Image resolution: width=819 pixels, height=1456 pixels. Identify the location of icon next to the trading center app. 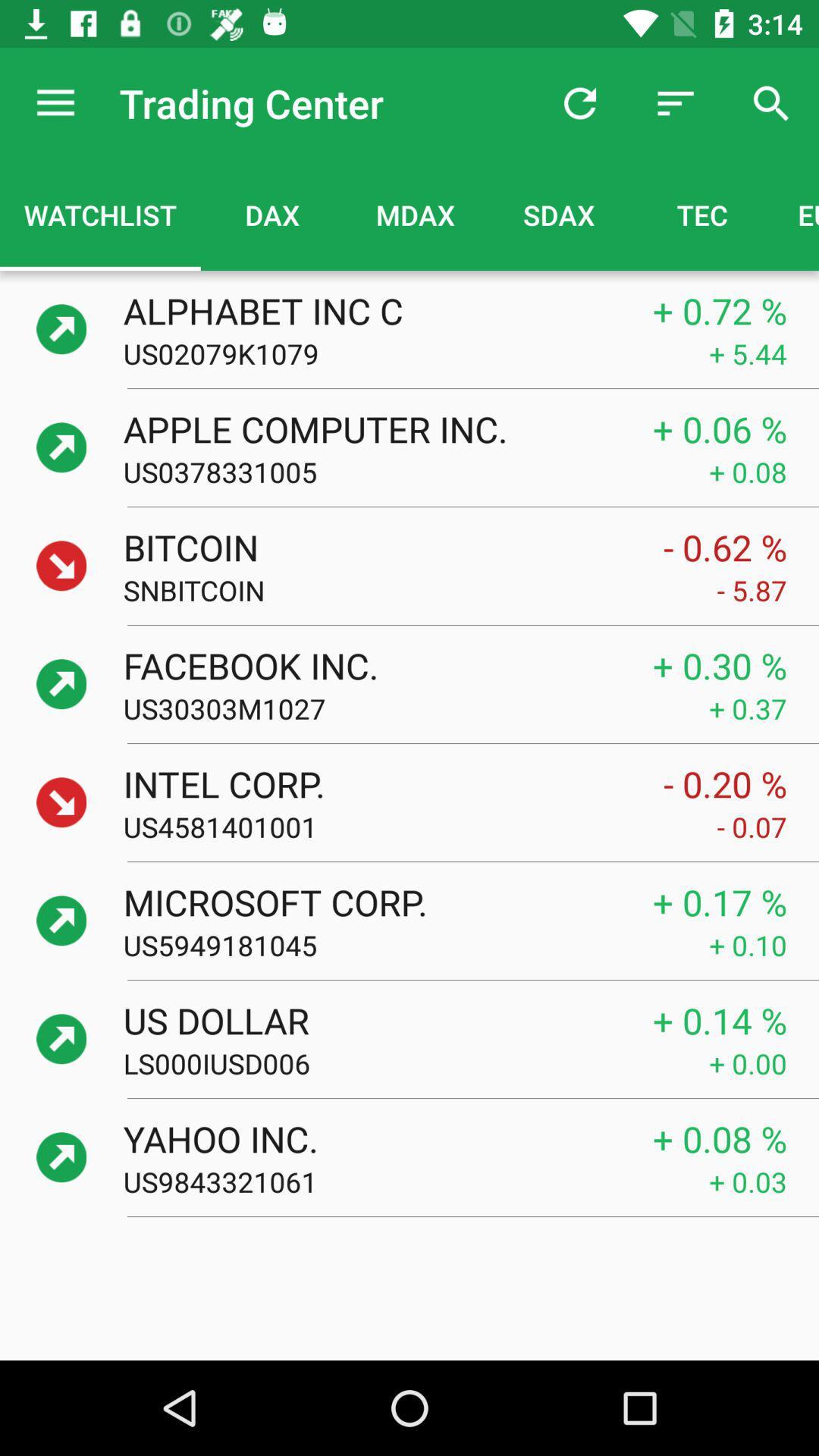
(55, 102).